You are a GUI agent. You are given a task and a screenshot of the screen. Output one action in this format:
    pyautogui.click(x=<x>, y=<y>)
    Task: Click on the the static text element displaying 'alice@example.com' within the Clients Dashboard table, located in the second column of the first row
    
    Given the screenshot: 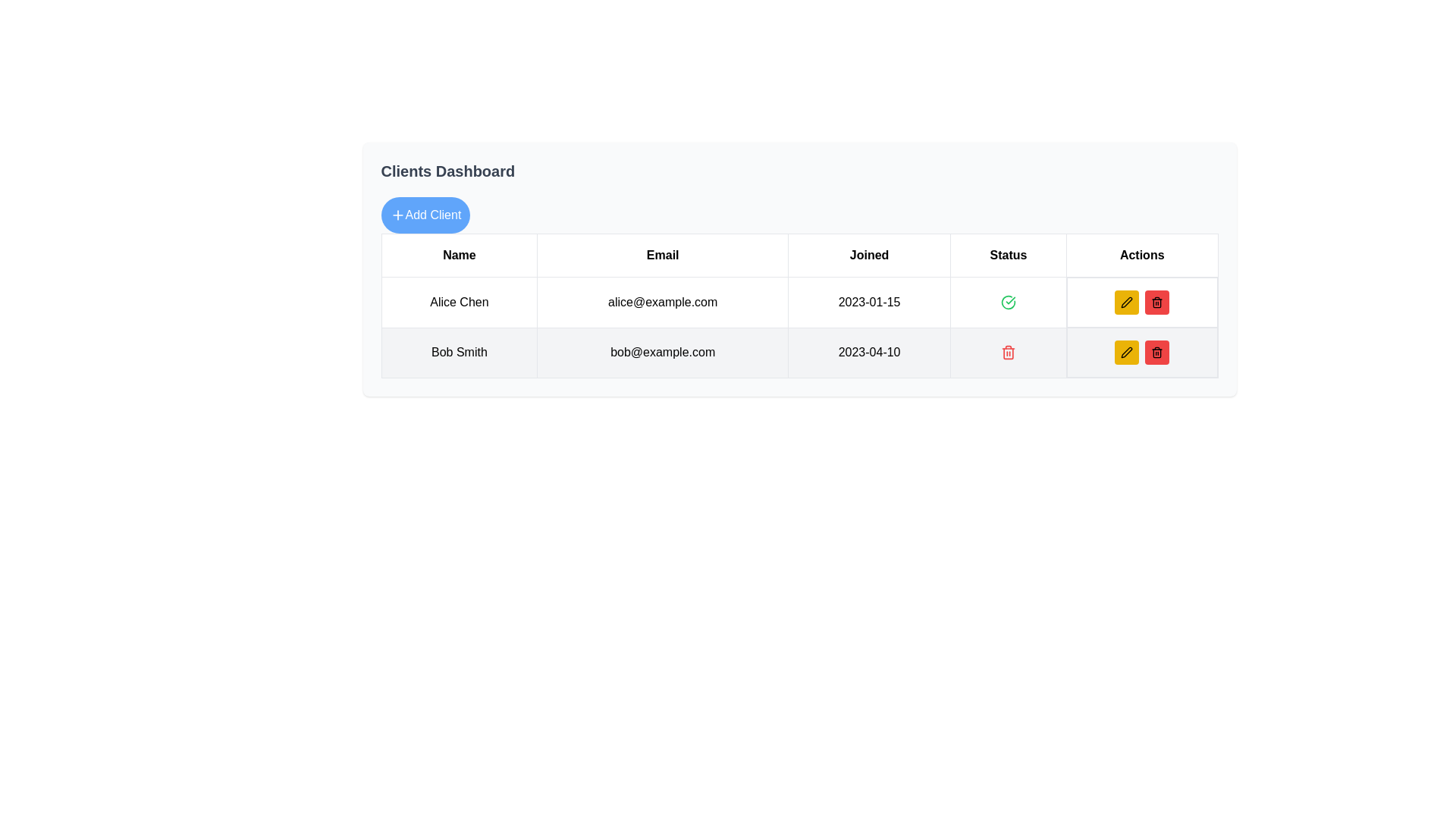 What is the action you would take?
    pyautogui.click(x=663, y=302)
    